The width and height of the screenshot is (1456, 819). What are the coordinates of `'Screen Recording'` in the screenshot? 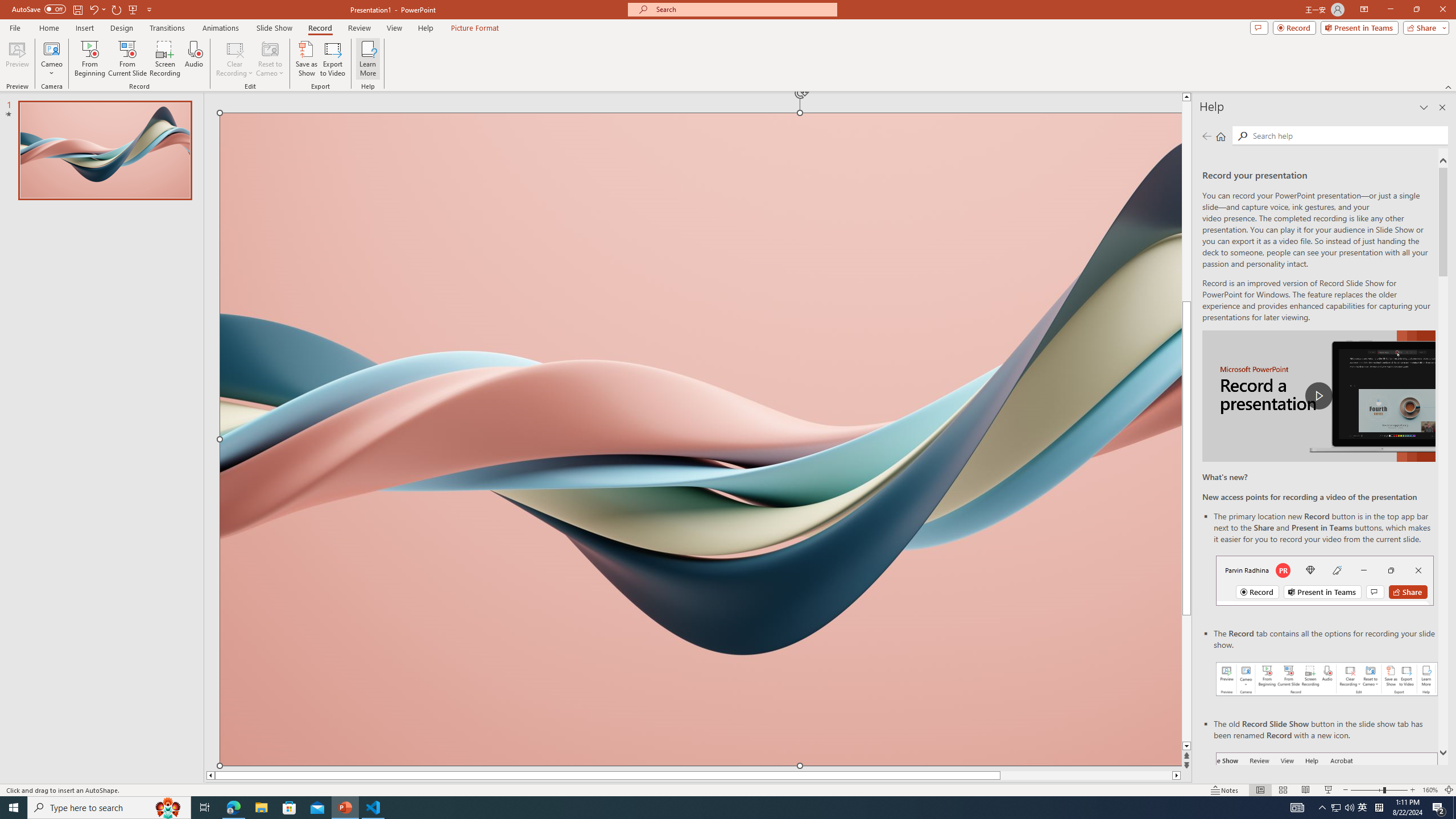 It's located at (164, 59).